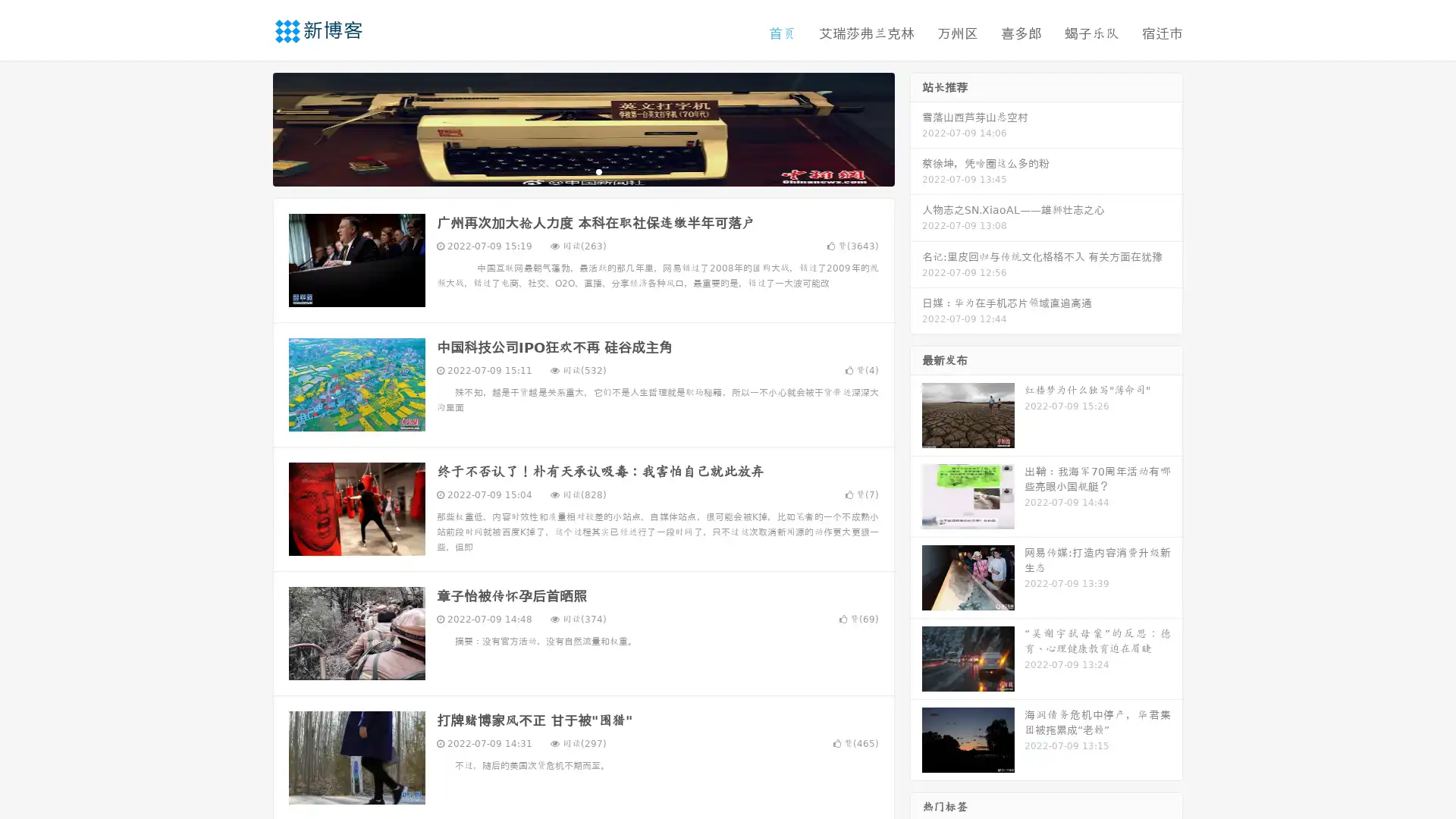 The image size is (1456, 819). What do you see at coordinates (582, 171) in the screenshot?
I see `Go to slide 2` at bounding box center [582, 171].